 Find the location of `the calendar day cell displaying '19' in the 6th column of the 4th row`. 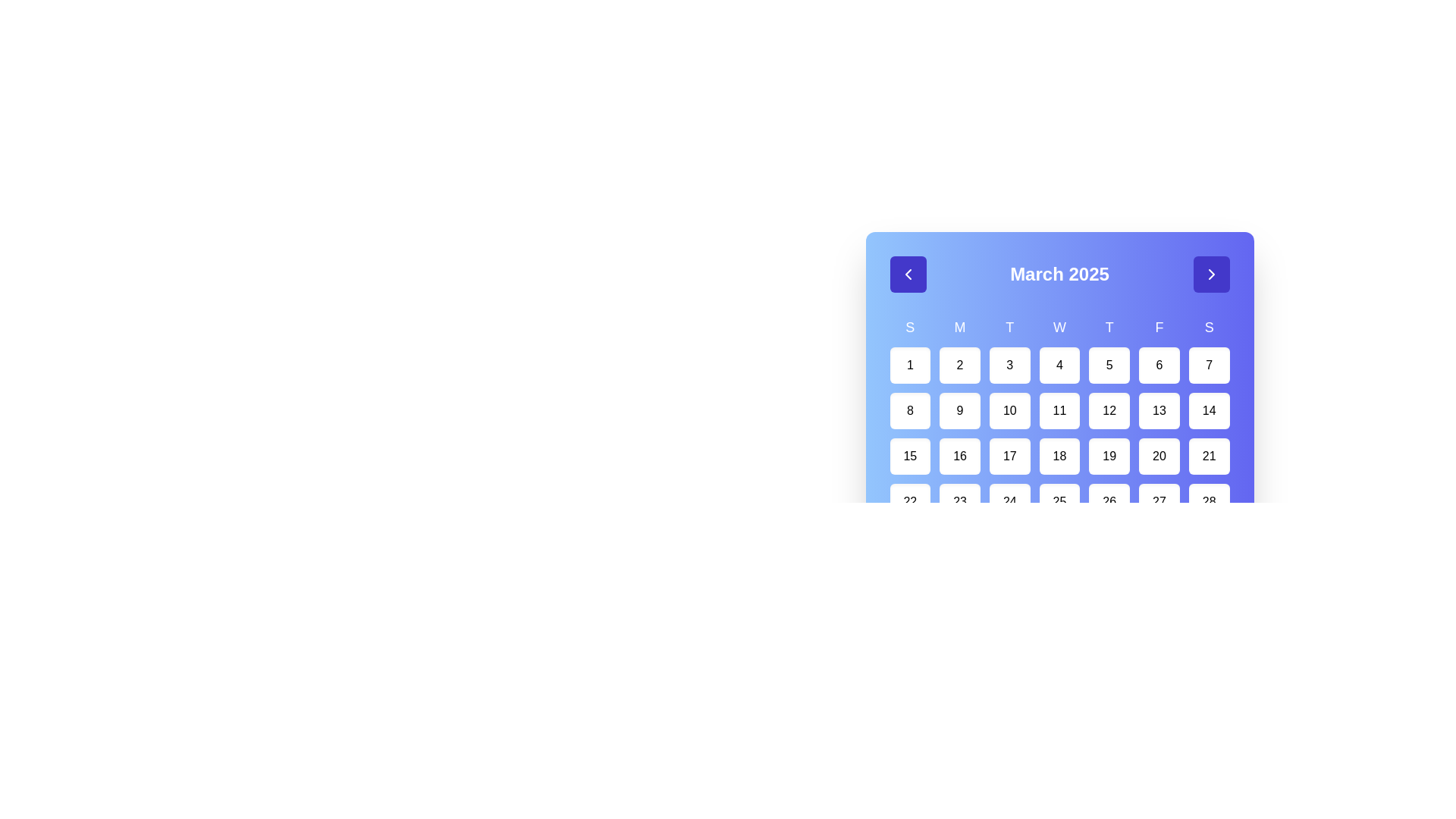

the calendar day cell displaying '19' in the 6th column of the 4th row is located at coordinates (1109, 455).